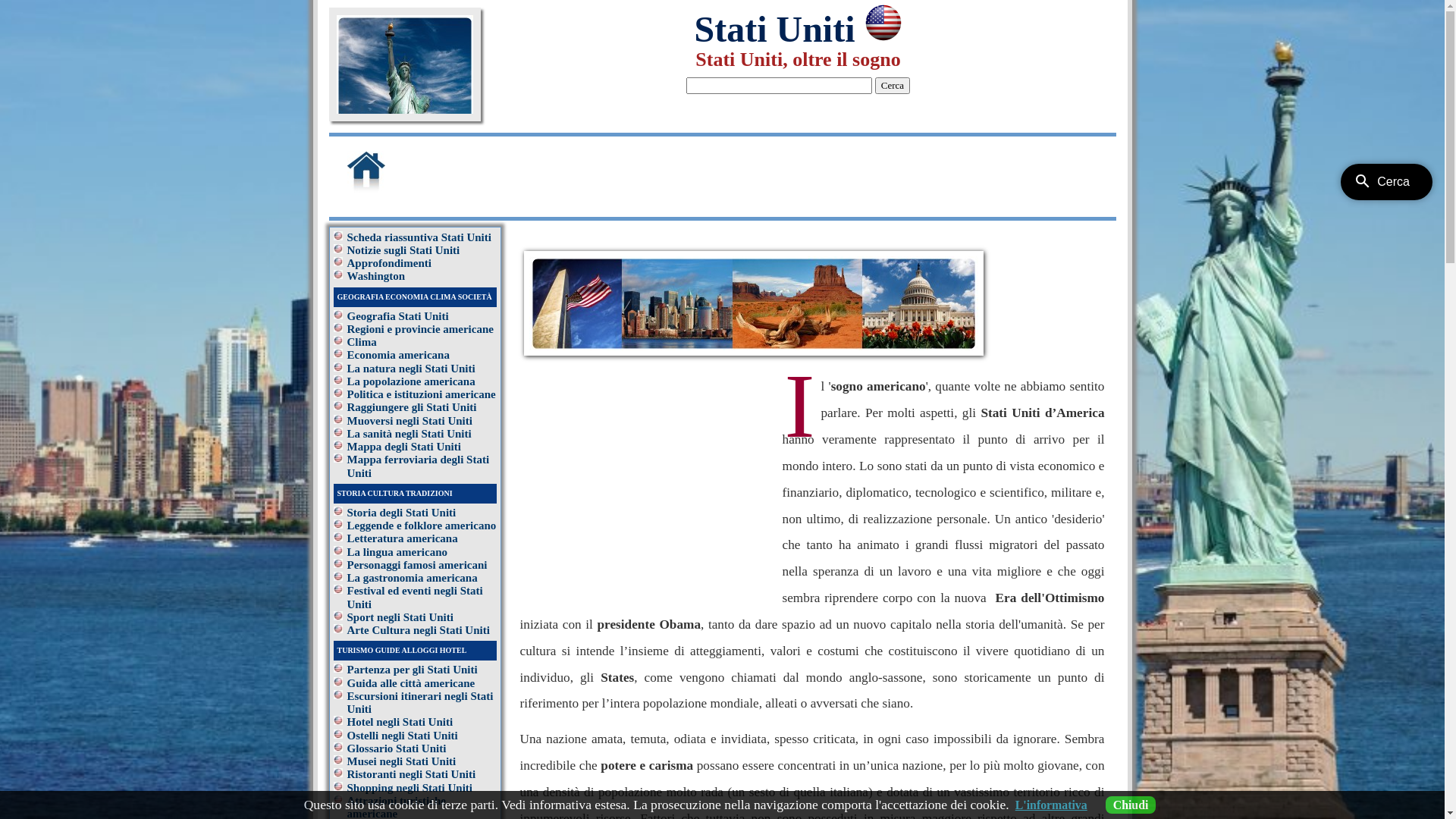 The height and width of the screenshot is (819, 1456). What do you see at coordinates (892, 85) in the screenshot?
I see `'Cerca'` at bounding box center [892, 85].